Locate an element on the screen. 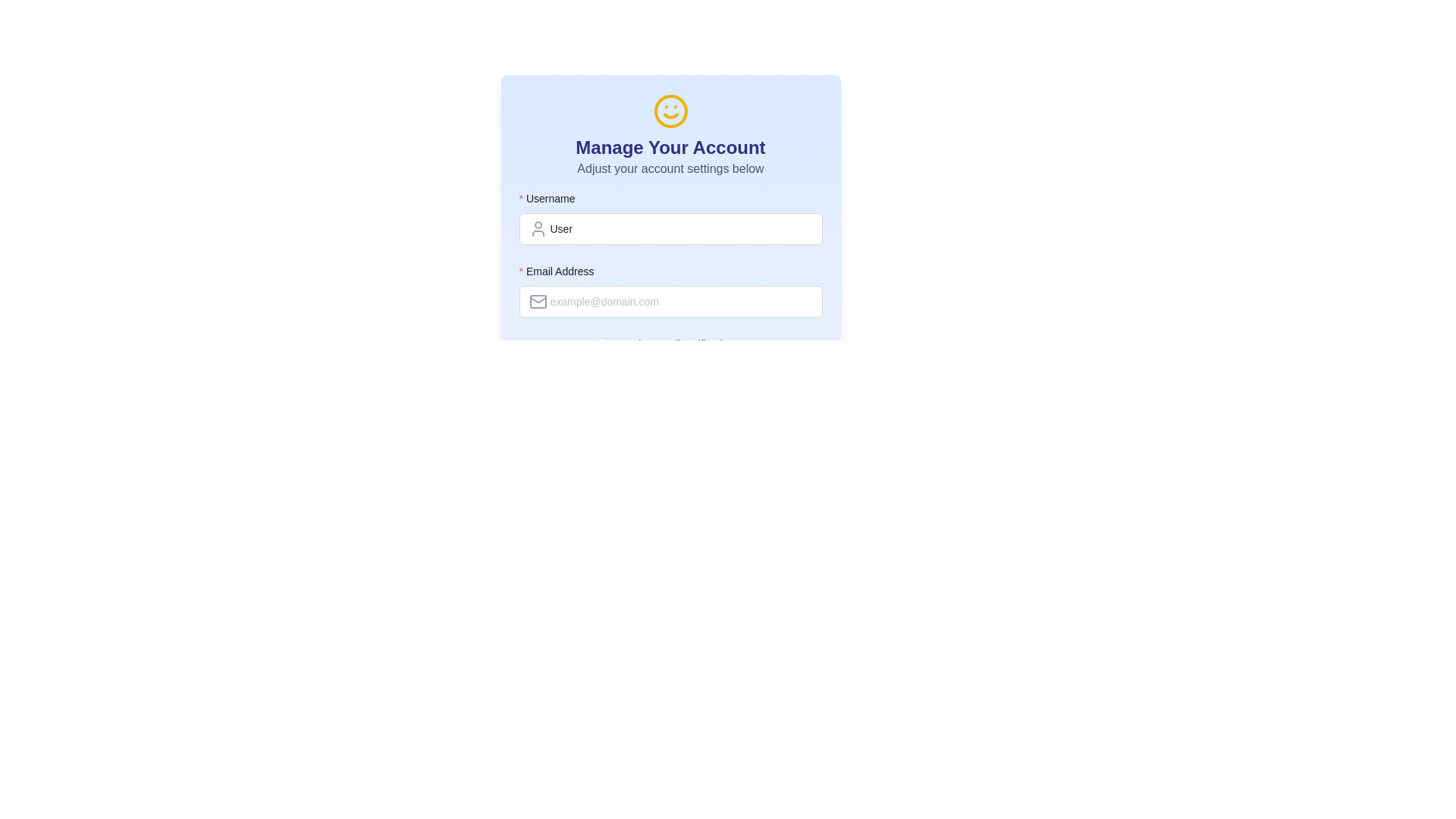  the username text input field located directly below the form's heading in the 'Manage Your Account' form to focus on it is located at coordinates (670, 217).